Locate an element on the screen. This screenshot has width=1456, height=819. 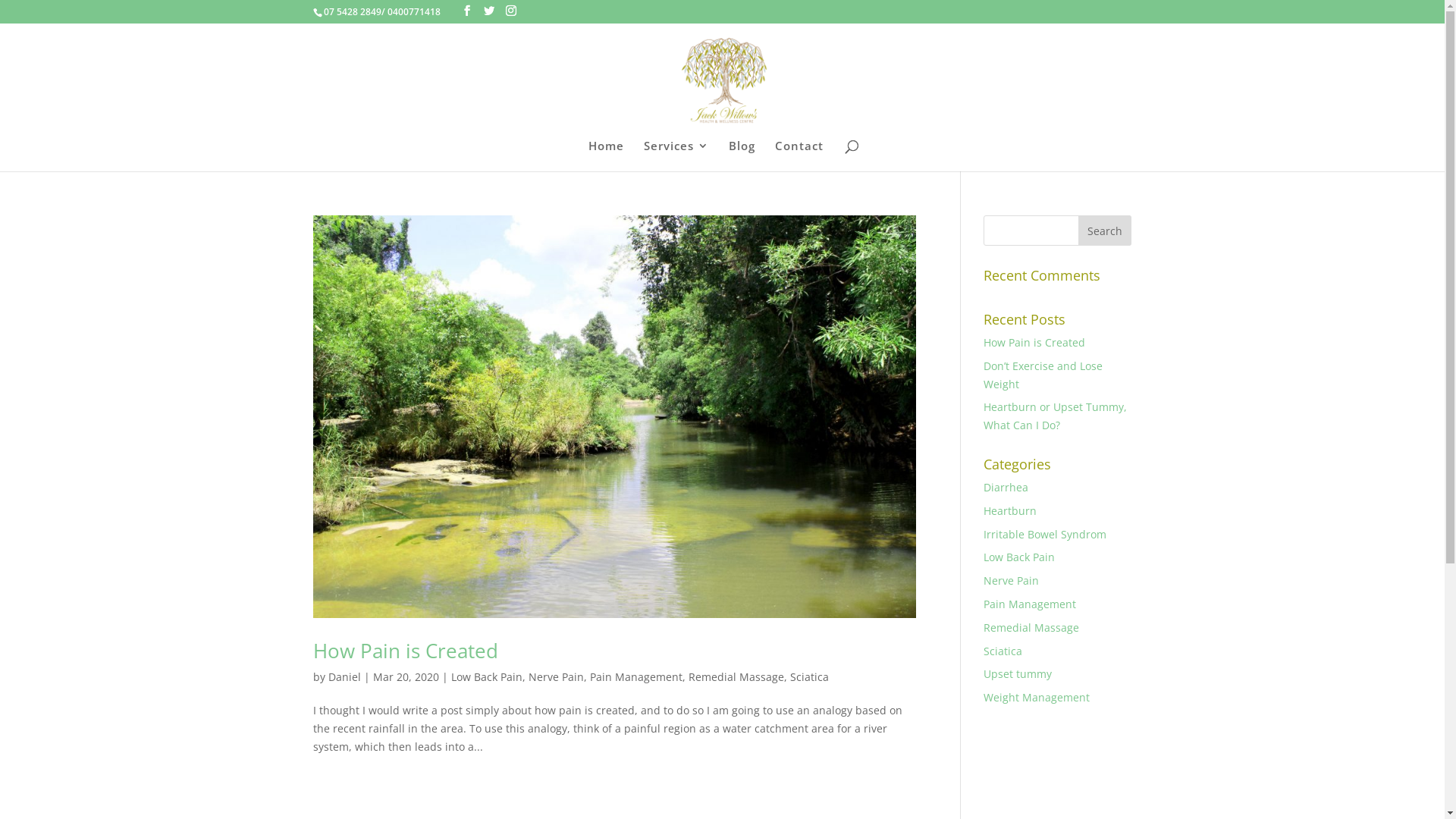
'Blog' is located at coordinates (741, 155).